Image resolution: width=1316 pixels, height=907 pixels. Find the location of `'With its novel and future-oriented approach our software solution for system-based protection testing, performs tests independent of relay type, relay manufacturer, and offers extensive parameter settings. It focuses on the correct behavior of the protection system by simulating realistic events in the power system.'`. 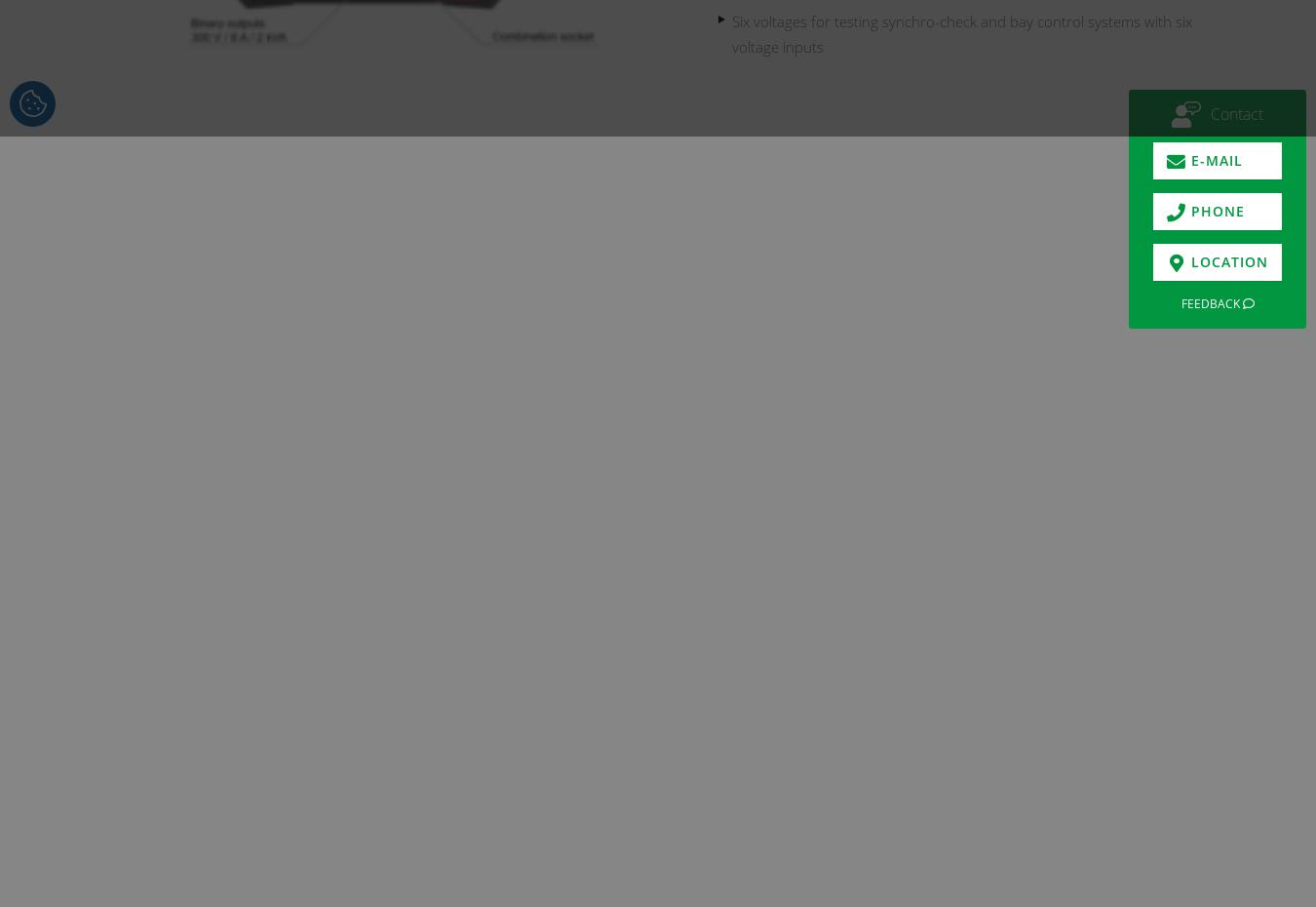

'With its novel and future-oriented approach our software solution for system-based protection testing, performs tests independent of relay type, relay manufacturer, and offers extensive parameter settings. It focuses on the correct behavior of the protection system by simulating realistic events in the power system.' is located at coordinates (543, 529).